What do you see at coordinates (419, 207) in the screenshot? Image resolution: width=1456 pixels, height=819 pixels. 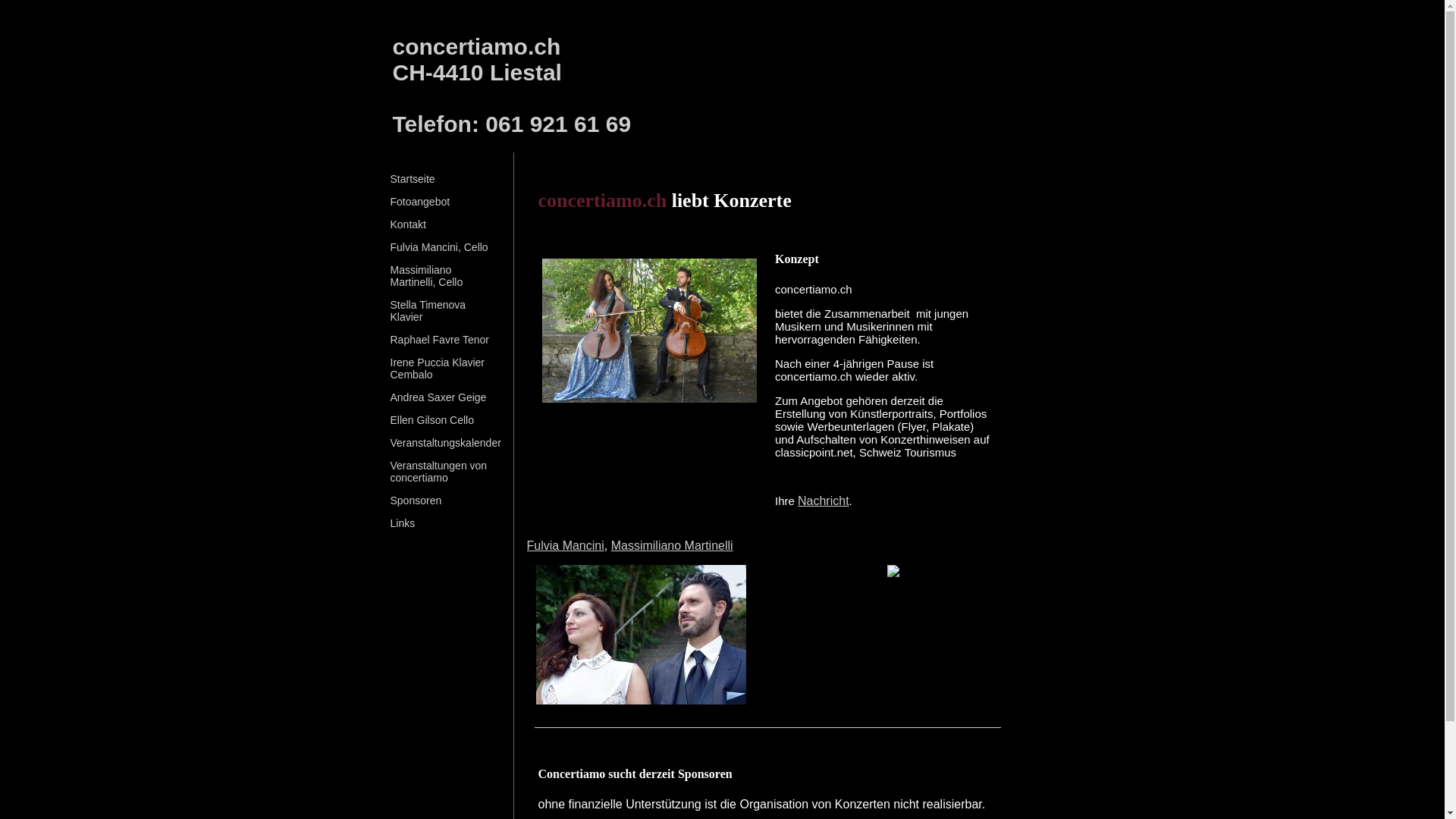 I see `'Fotoangebot'` at bounding box center [419, 207].